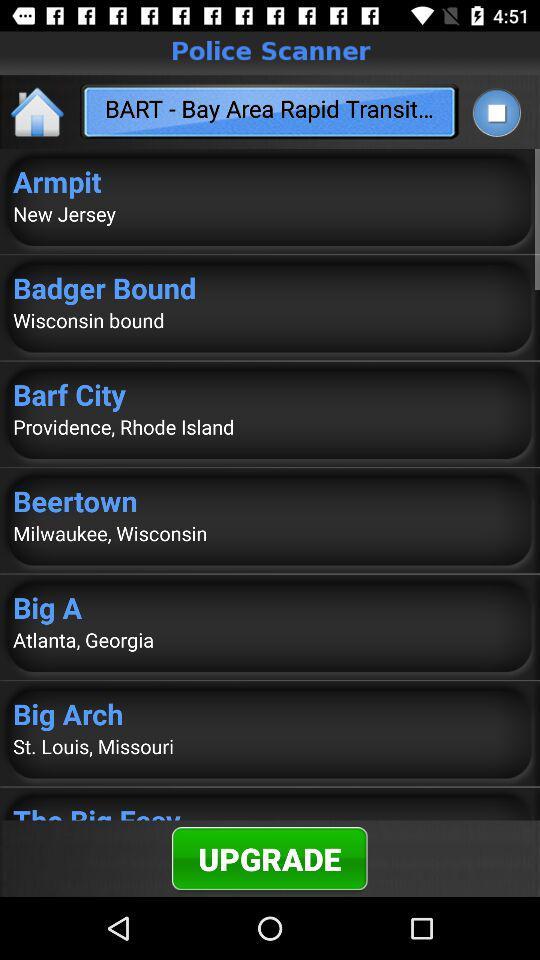 This screenshot has width=540, height=960. What do you see at coordinates (495, 112) in the screenshot?
I see `stop play` at bounding box center [495, 112].